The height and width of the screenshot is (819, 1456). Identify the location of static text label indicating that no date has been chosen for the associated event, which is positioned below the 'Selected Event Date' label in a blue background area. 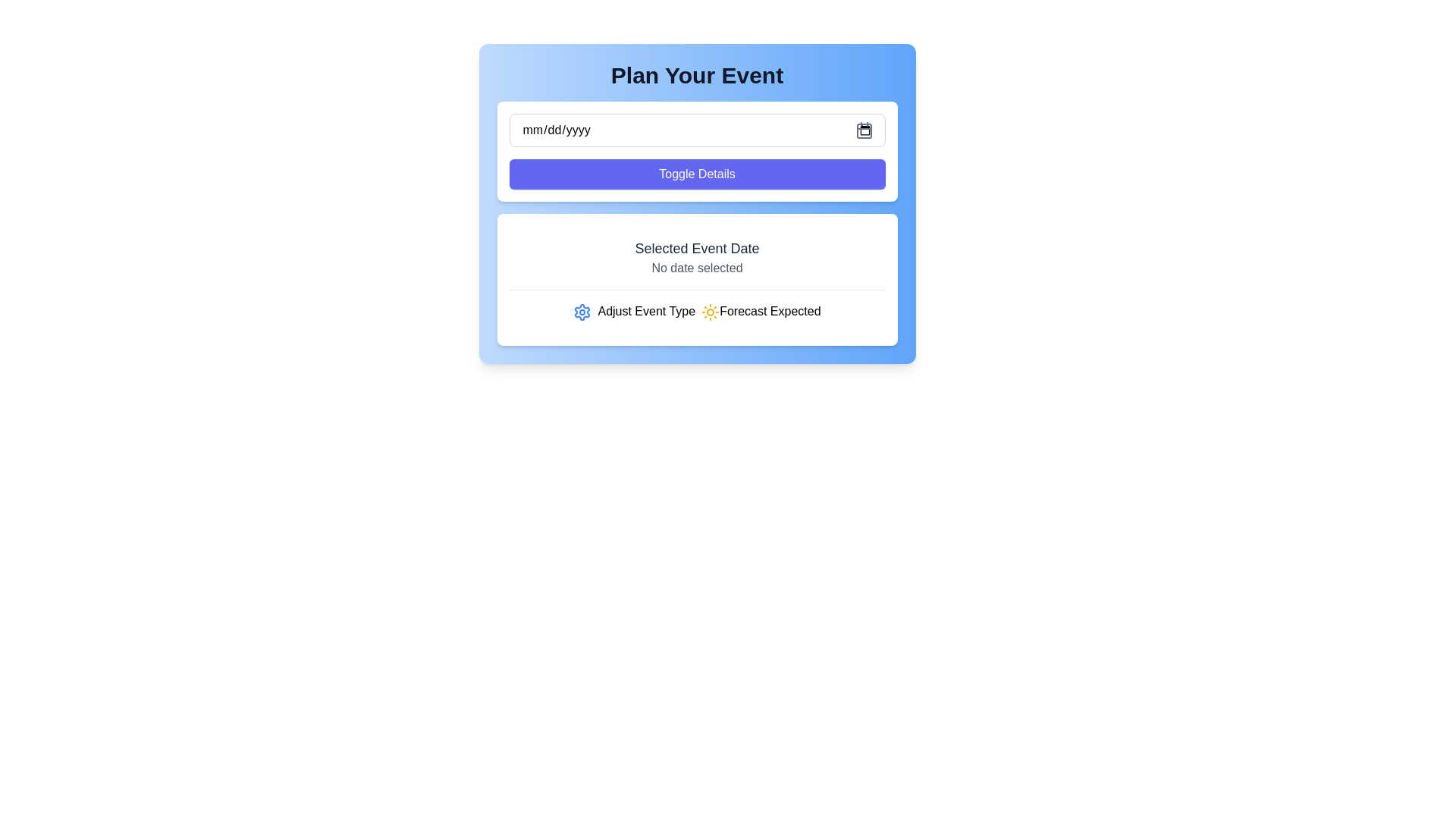
(696, 268).